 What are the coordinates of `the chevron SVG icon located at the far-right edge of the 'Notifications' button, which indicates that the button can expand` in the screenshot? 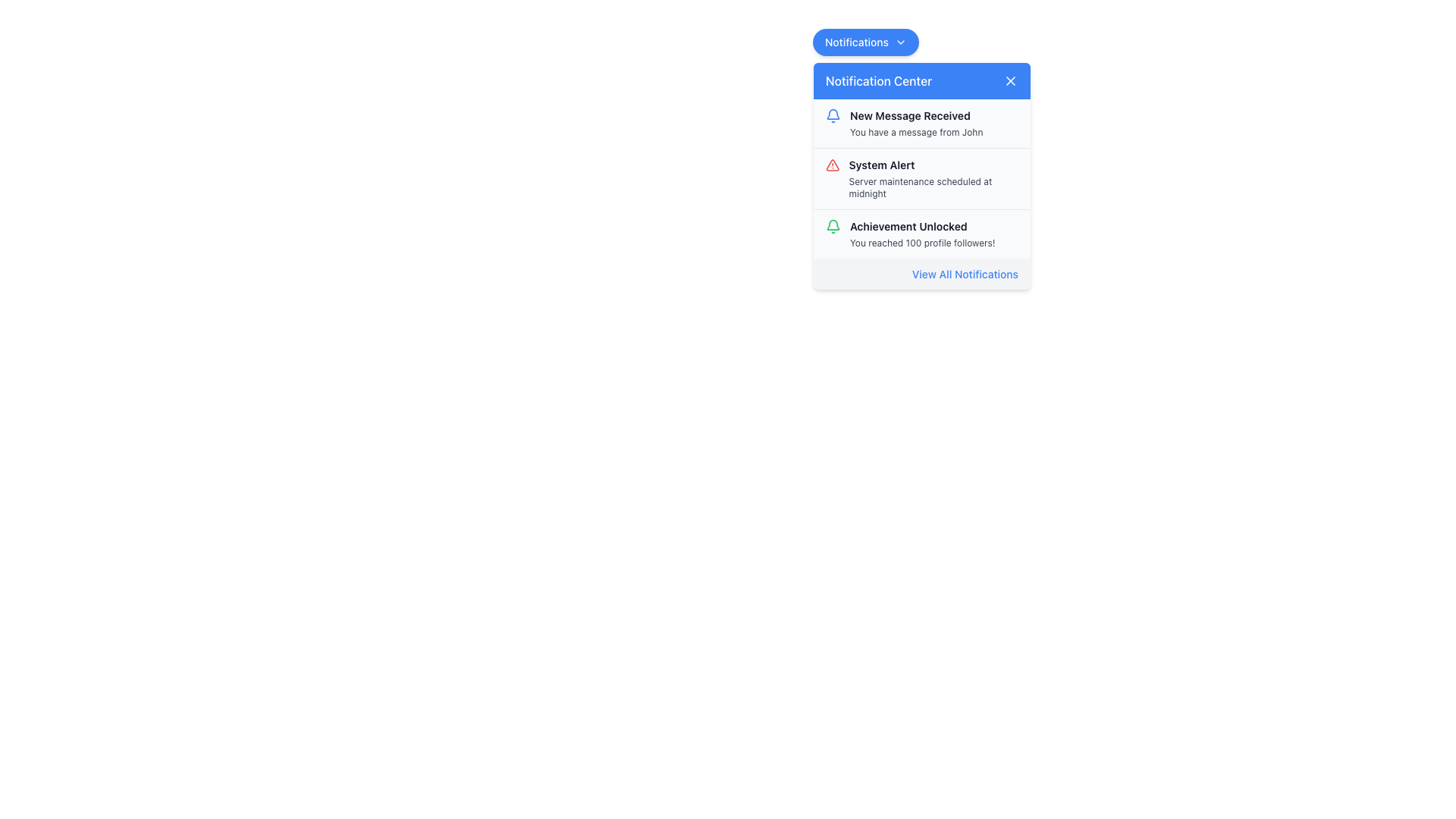 It's located at (901, 42).